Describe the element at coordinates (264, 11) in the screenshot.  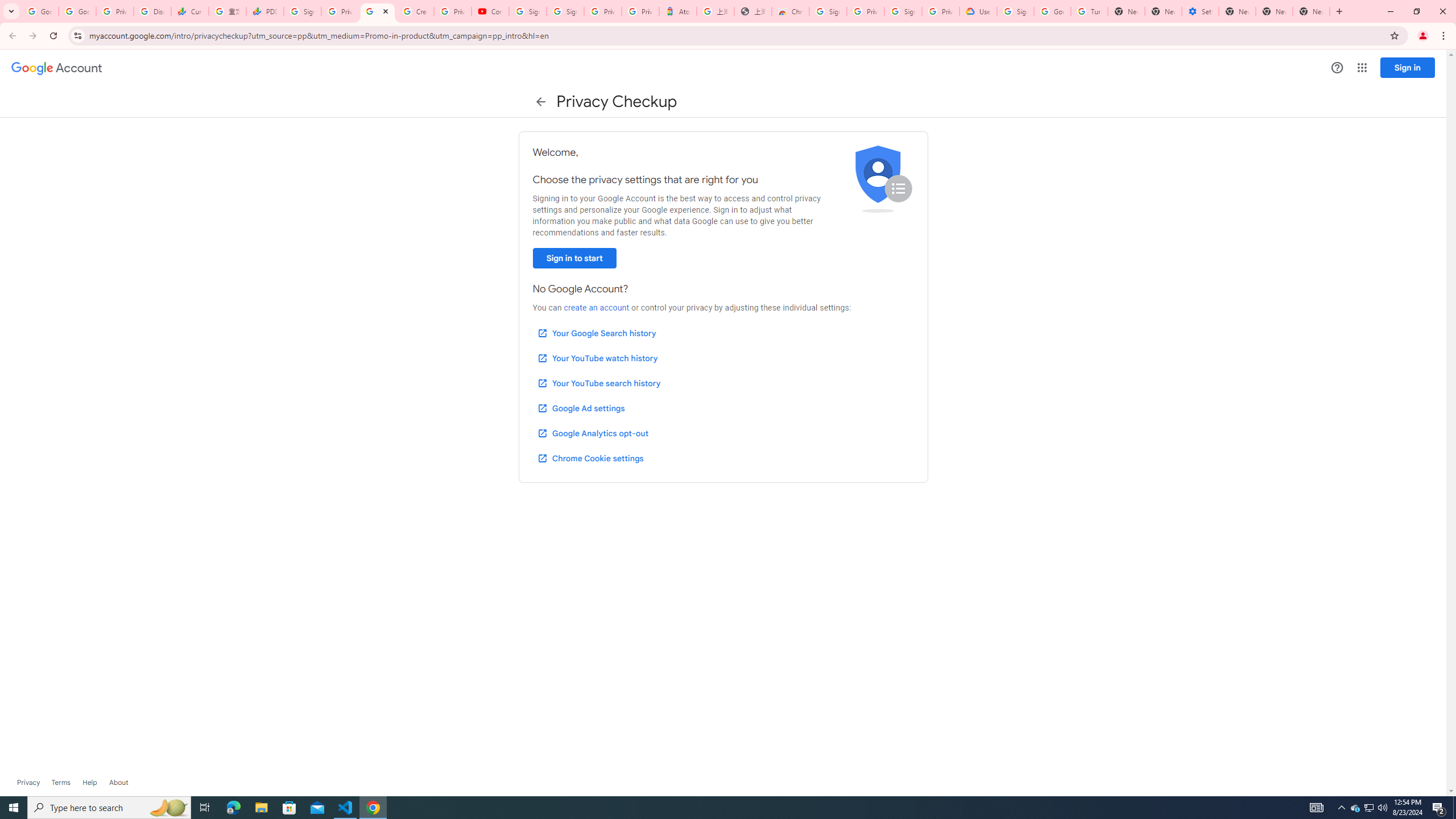
I see `'PDD Holdings Inc - ADR (PDD) Price & News - Google Finance'` at that location.